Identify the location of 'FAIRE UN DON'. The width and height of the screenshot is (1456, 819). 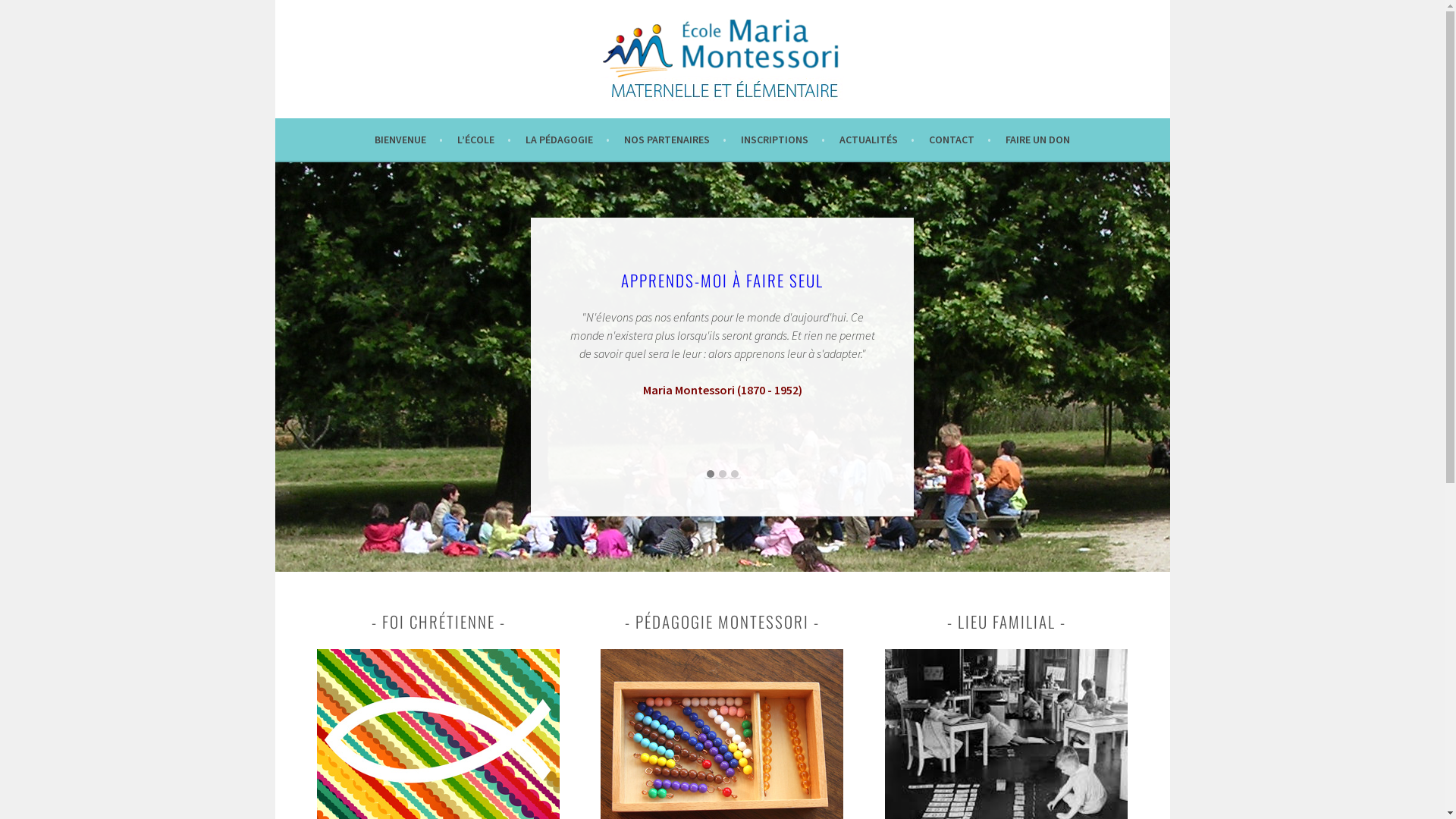
(1037, 140).